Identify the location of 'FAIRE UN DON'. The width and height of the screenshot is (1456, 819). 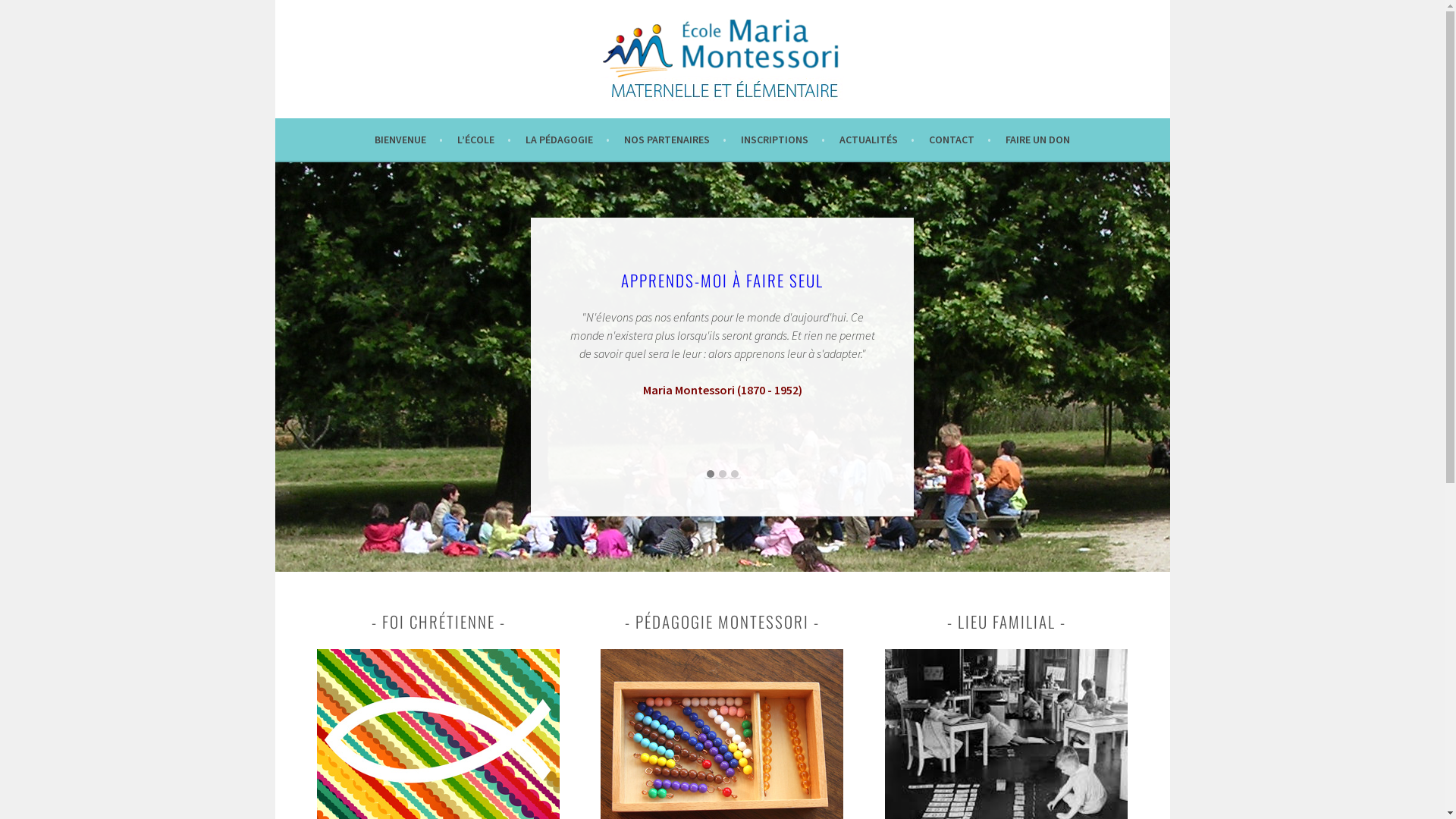
(1037, 140).